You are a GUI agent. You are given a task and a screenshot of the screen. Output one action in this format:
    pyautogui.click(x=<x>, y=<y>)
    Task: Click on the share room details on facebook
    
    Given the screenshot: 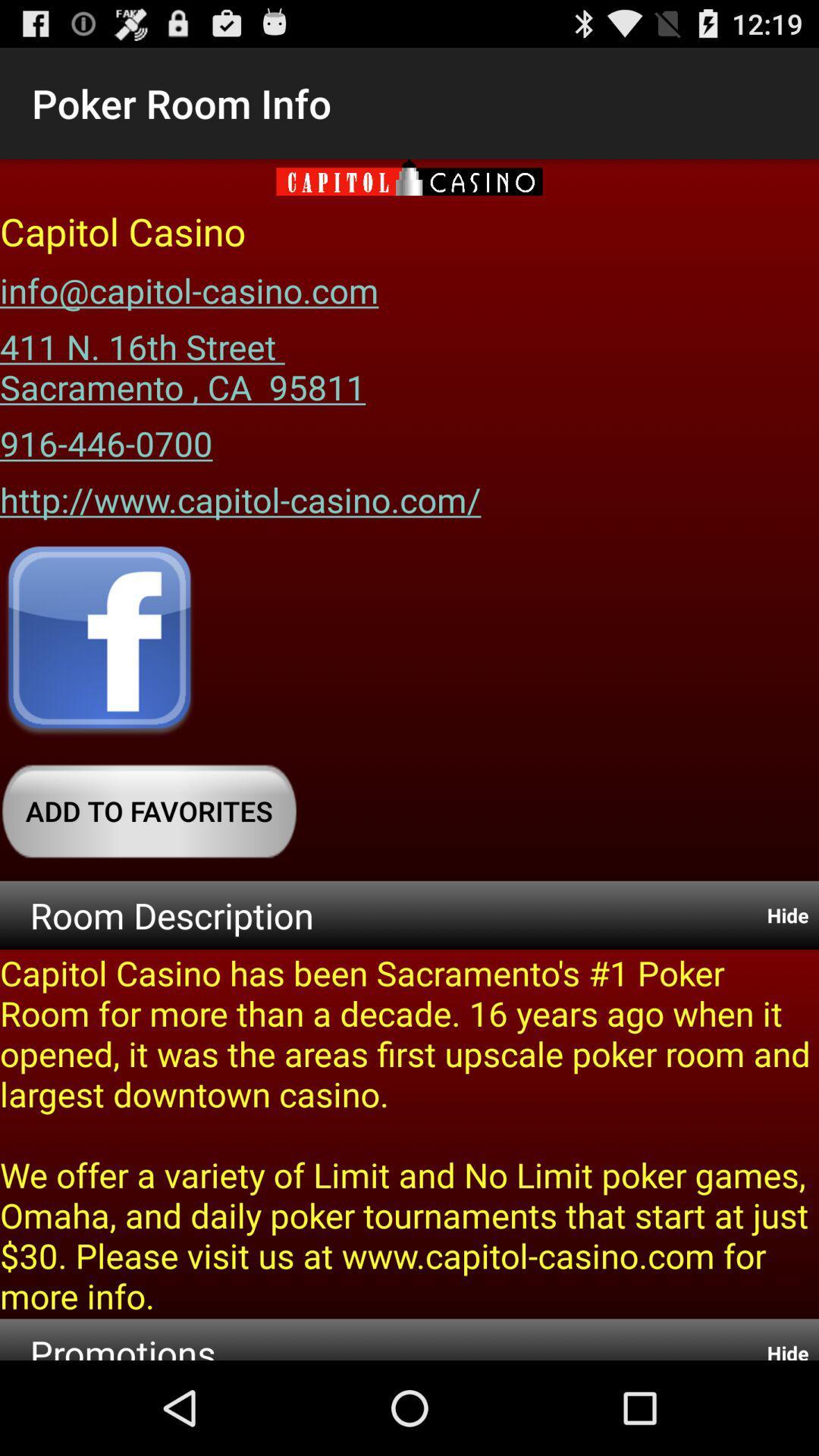 What is the action you would take?
    pyautogui.click(x=99, y=642)
    